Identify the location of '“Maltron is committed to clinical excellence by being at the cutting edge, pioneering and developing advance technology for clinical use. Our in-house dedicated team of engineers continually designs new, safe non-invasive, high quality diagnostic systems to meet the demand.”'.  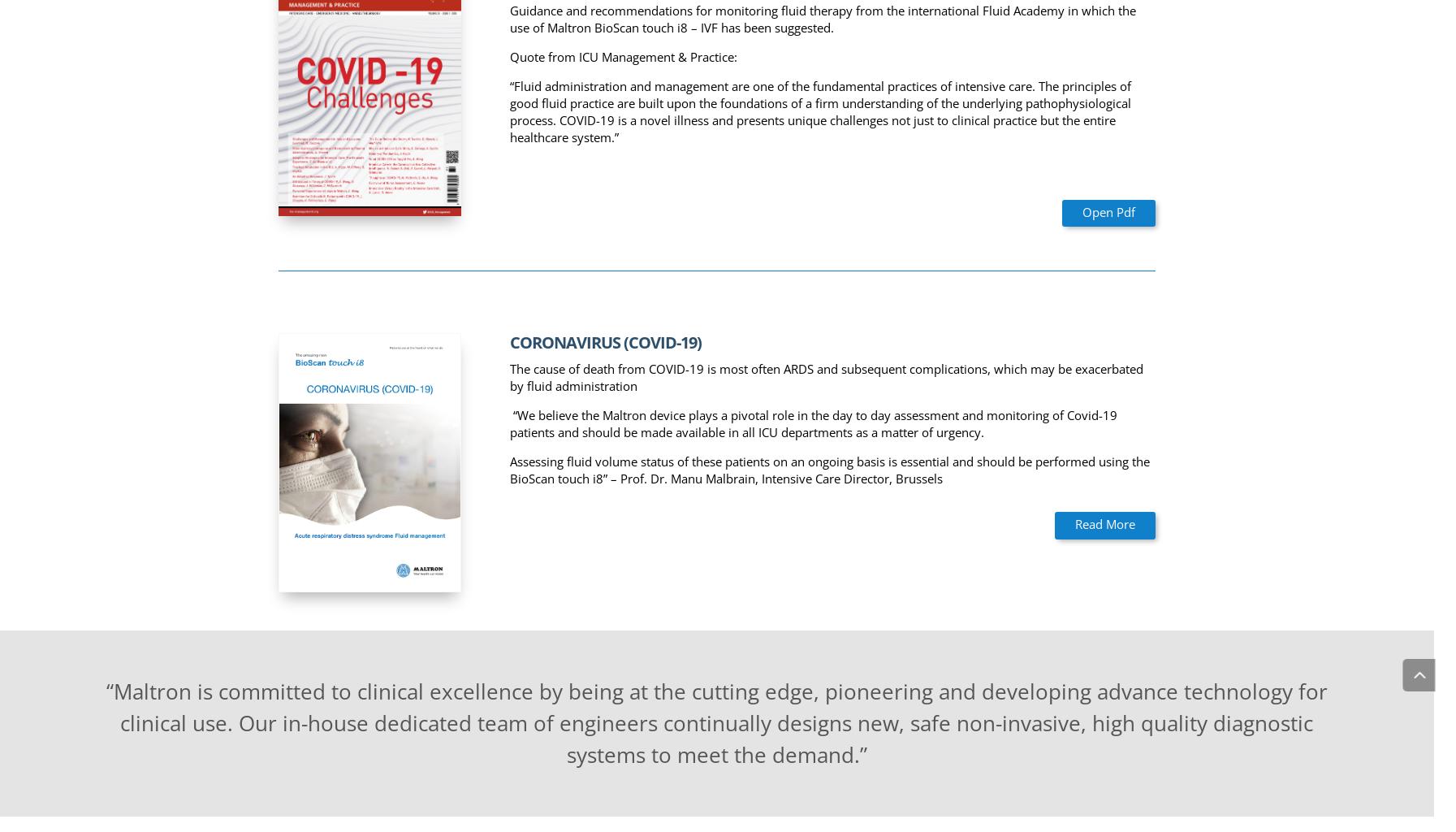
(715, 722).